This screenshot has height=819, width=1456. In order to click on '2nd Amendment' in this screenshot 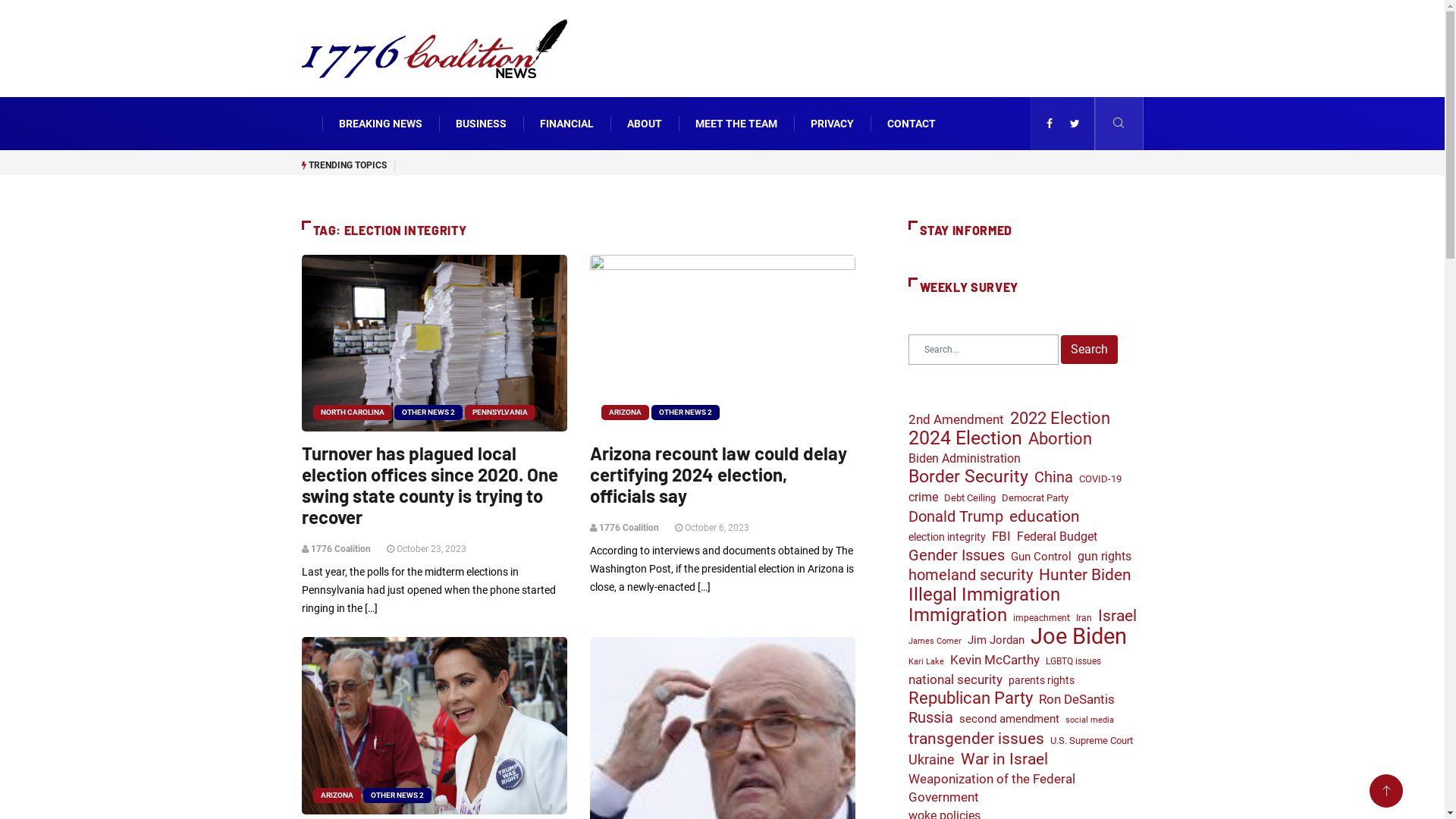, I will do `click(955, 419)`.